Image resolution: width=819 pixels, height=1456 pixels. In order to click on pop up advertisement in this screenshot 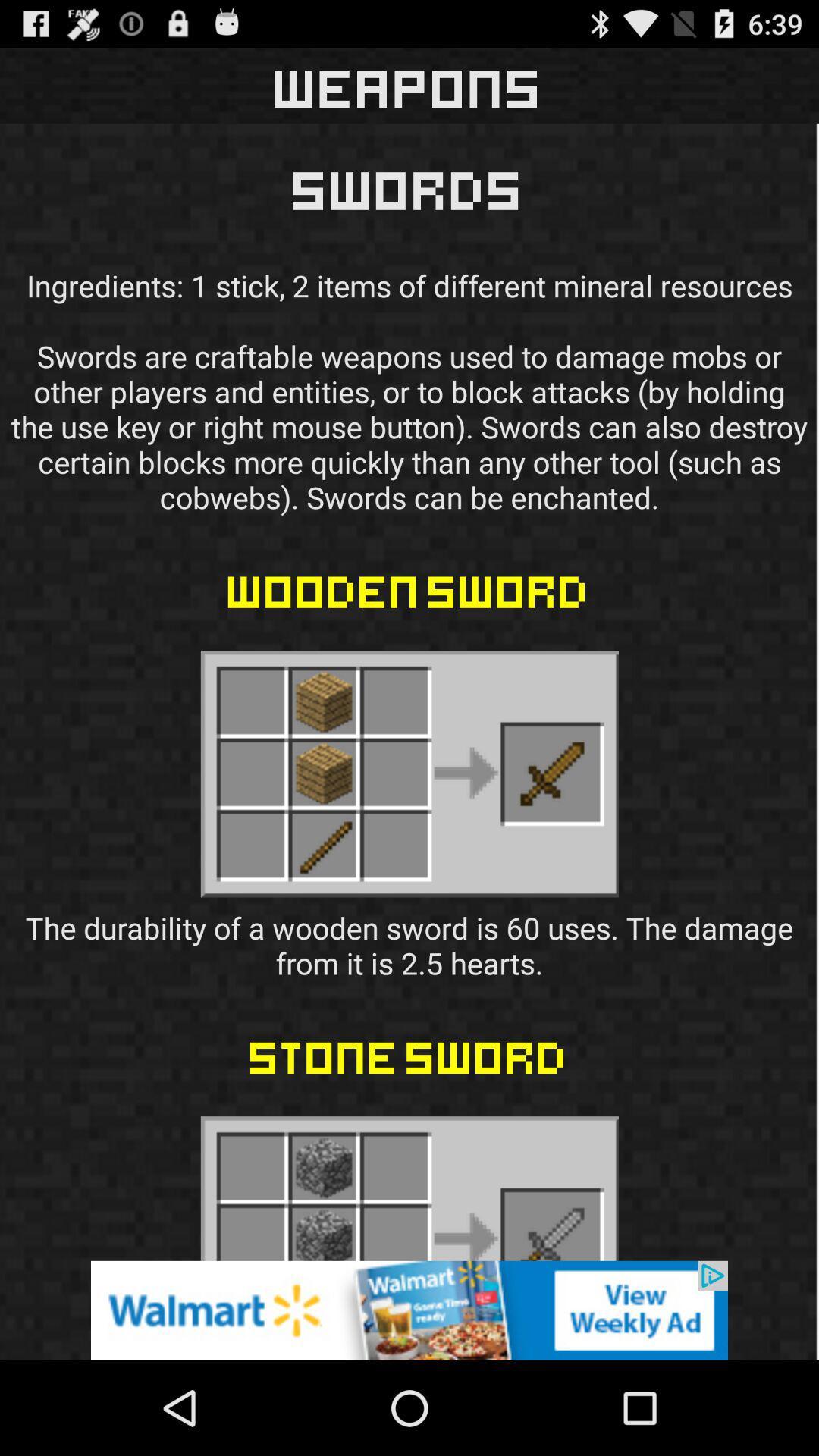, I will do `click(409, 1310)`.